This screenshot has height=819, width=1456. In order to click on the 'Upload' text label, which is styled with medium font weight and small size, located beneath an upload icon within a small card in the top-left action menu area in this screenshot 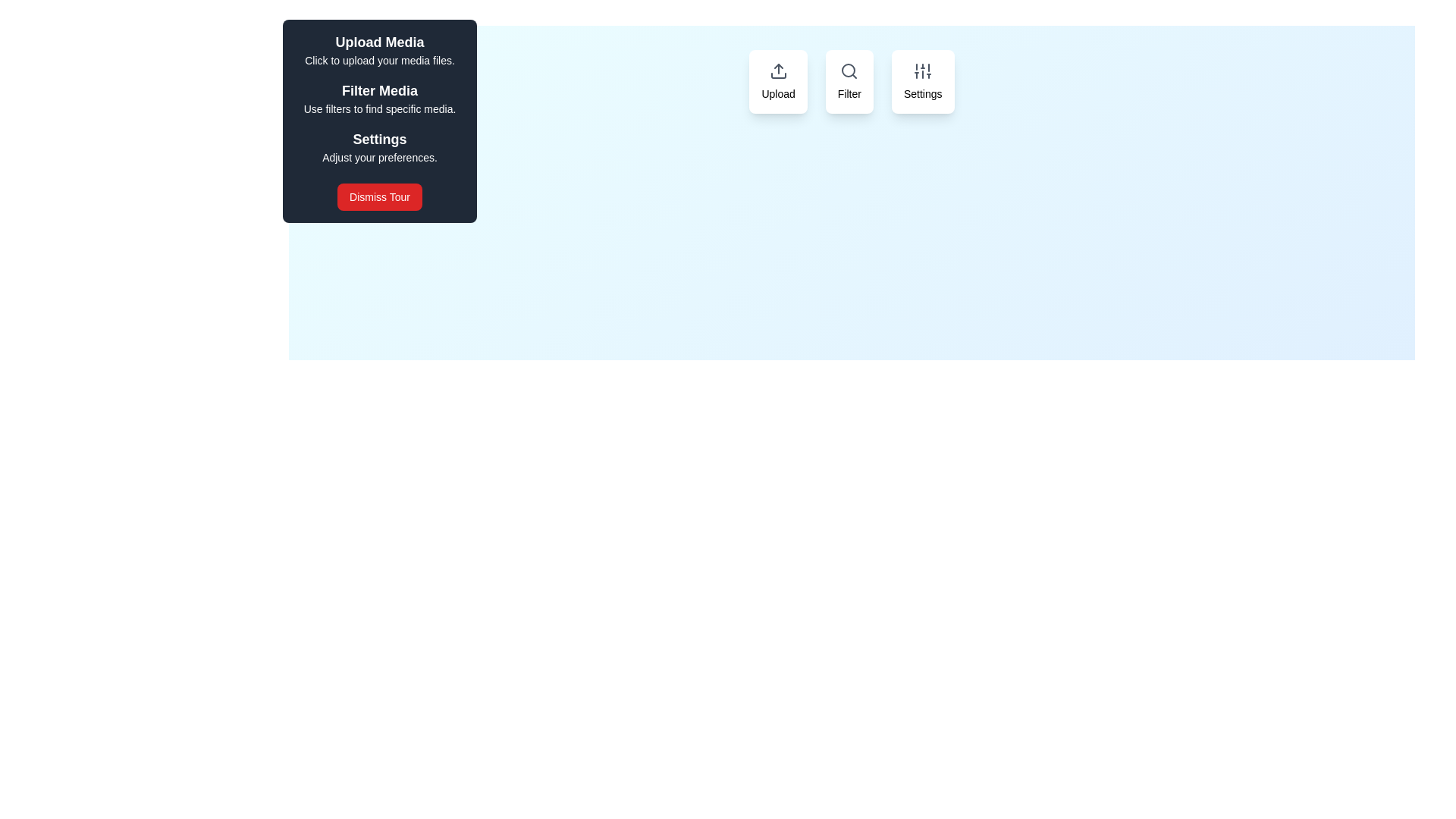, I will do `click(778, 93)`.